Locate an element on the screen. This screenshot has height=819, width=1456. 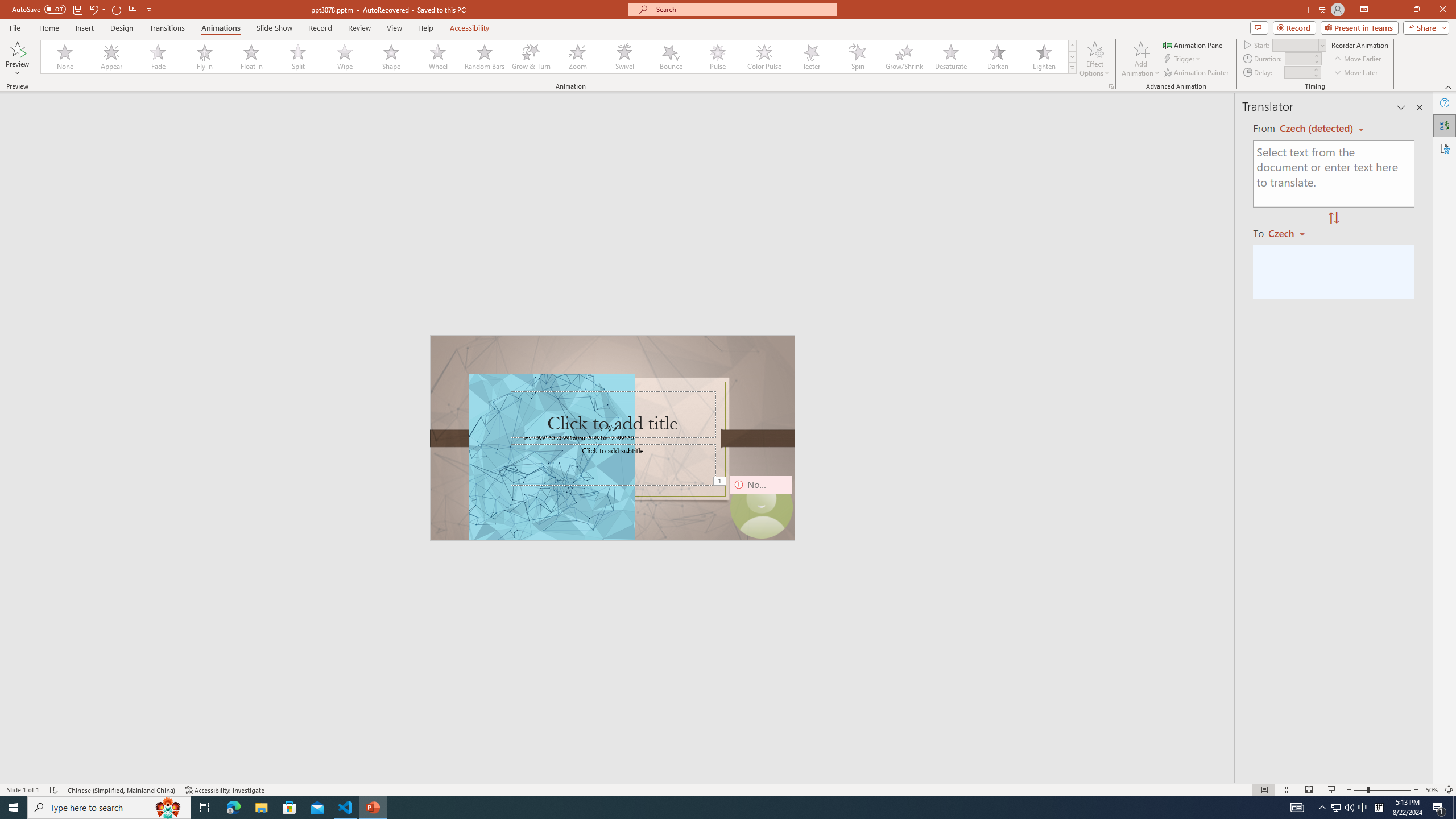
'Wipe' is located at coordinates (345, 56).